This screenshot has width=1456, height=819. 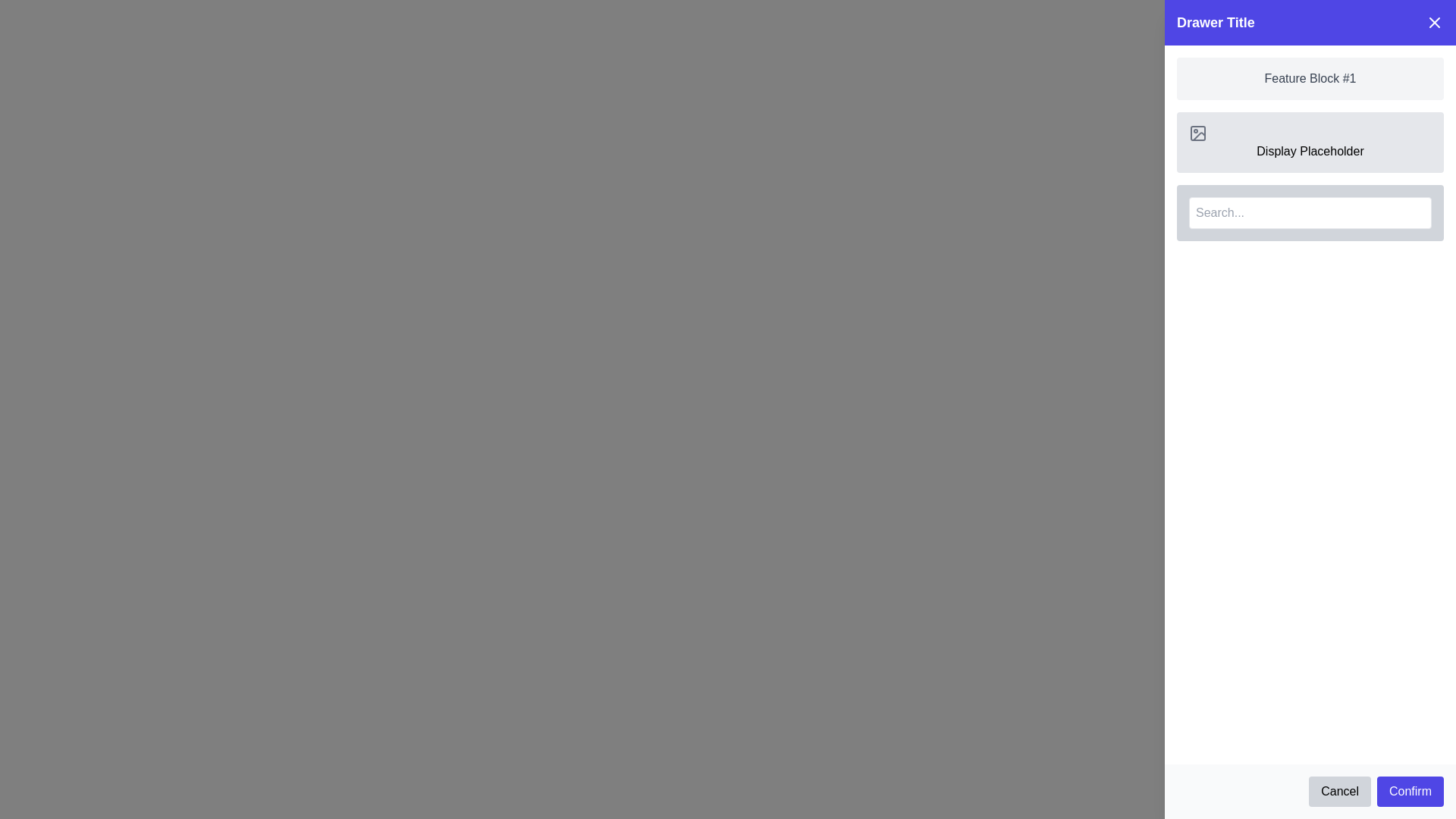 I want to click on the close button located in the top-right corner of the header, so click(x=1433, y=23).